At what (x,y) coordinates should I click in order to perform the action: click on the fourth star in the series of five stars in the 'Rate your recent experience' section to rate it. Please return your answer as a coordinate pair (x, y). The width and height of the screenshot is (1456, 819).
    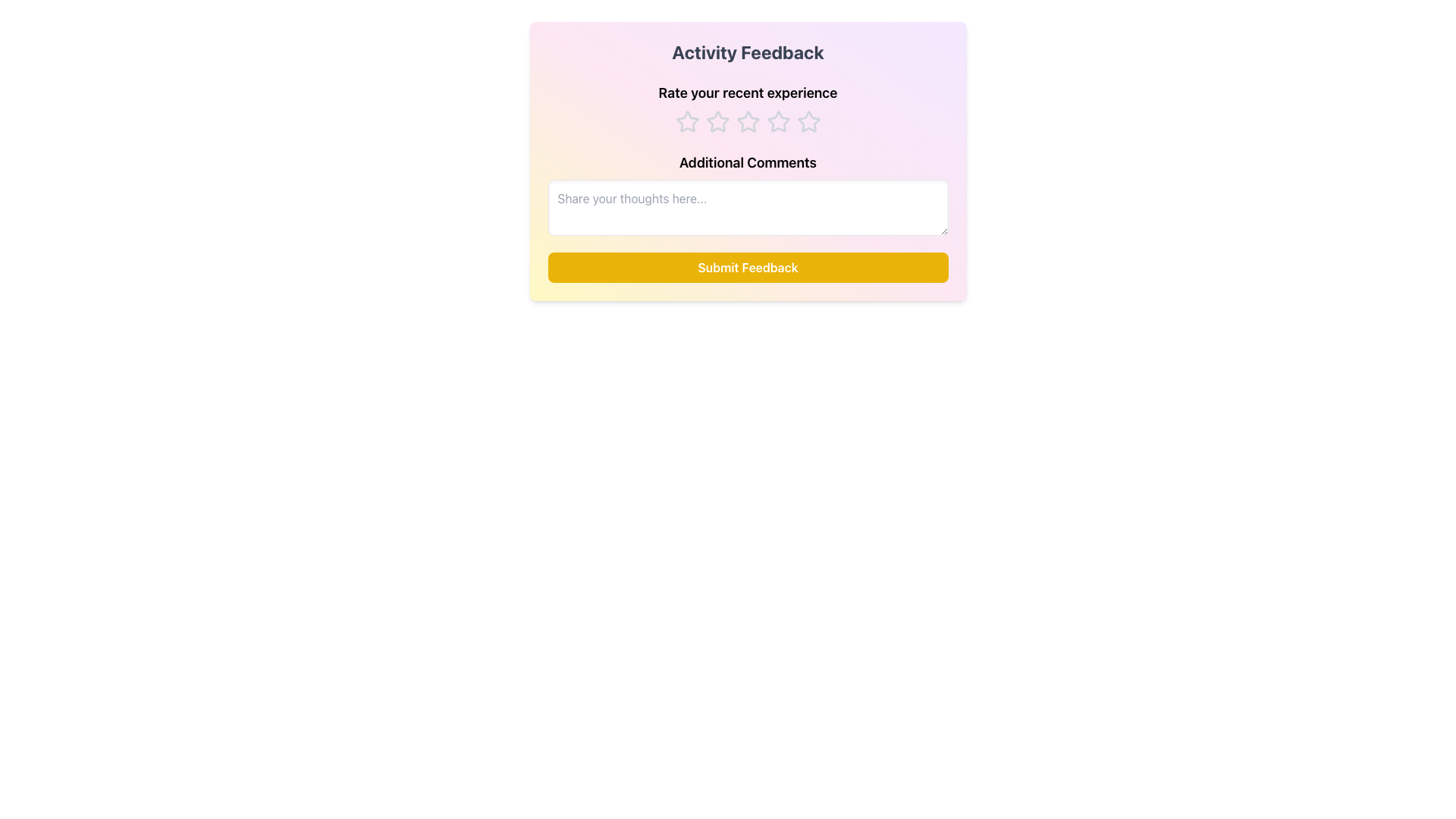
    Looking at the image, I should click on (808, 121).